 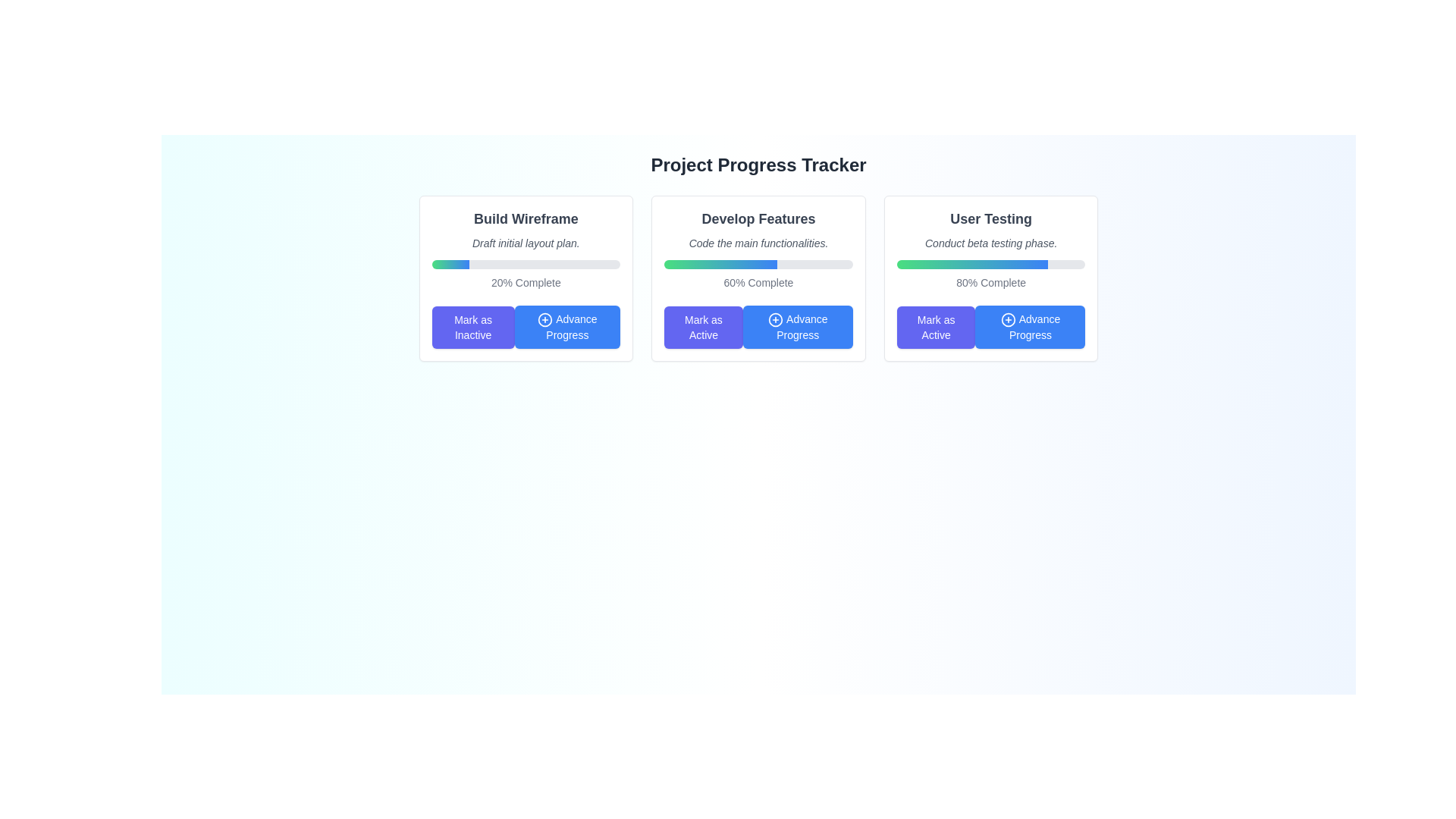 I want to click on the horizontal progress bar with a rounded design, which is centrally located within the 'Build Wireframe' card, just below the descriptive text and above the '20% Complete' label, so click(x=526, y=263).